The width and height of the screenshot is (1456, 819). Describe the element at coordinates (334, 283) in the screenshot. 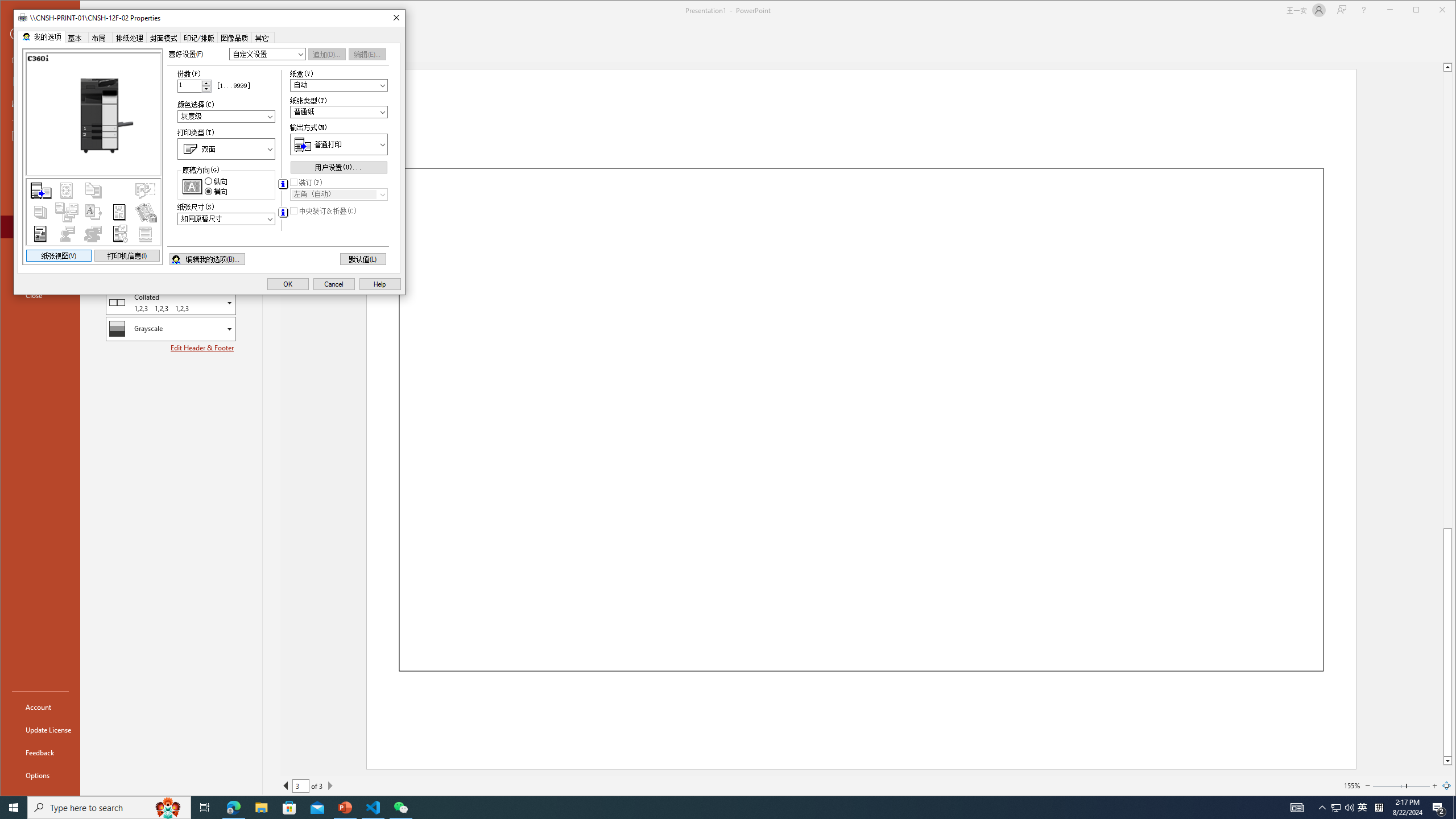

I see `'Cancel'` at that location.